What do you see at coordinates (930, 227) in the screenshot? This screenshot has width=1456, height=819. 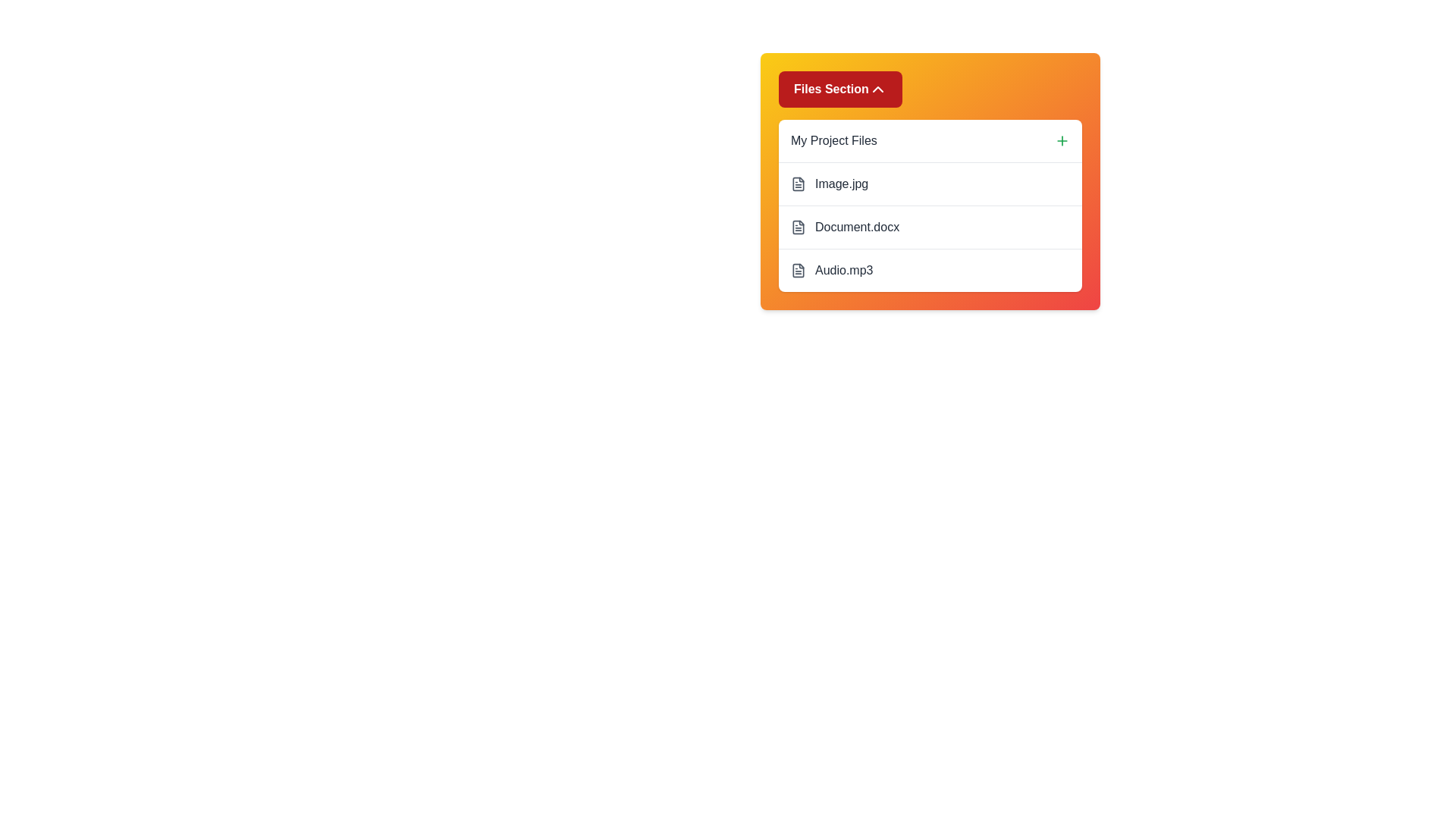 I see `the file named Document.docx to select it` at bounding box center [930, 227].